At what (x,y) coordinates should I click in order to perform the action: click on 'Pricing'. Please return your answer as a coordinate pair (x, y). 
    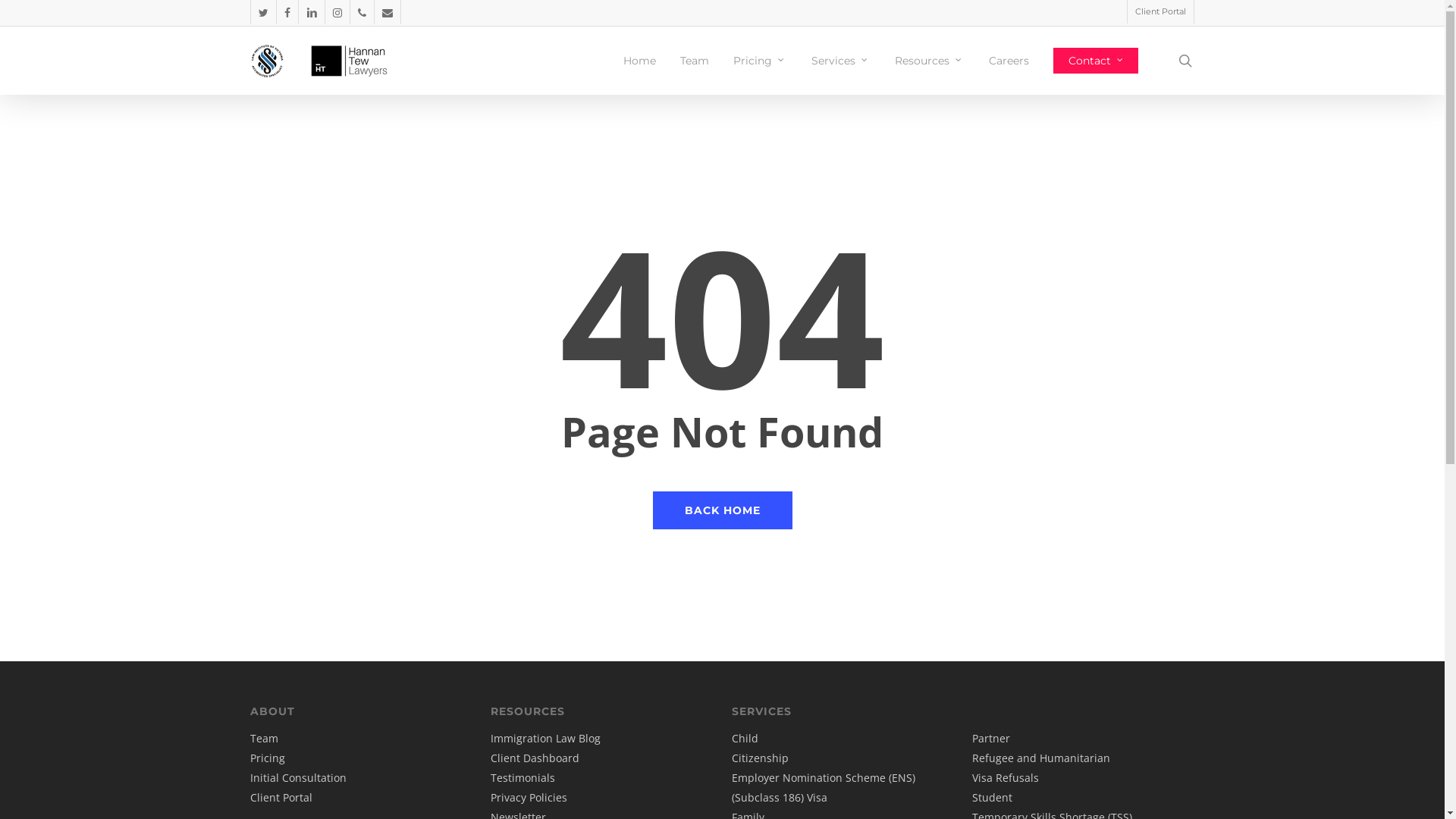
    Looking at the image, I should click on (268, 758).